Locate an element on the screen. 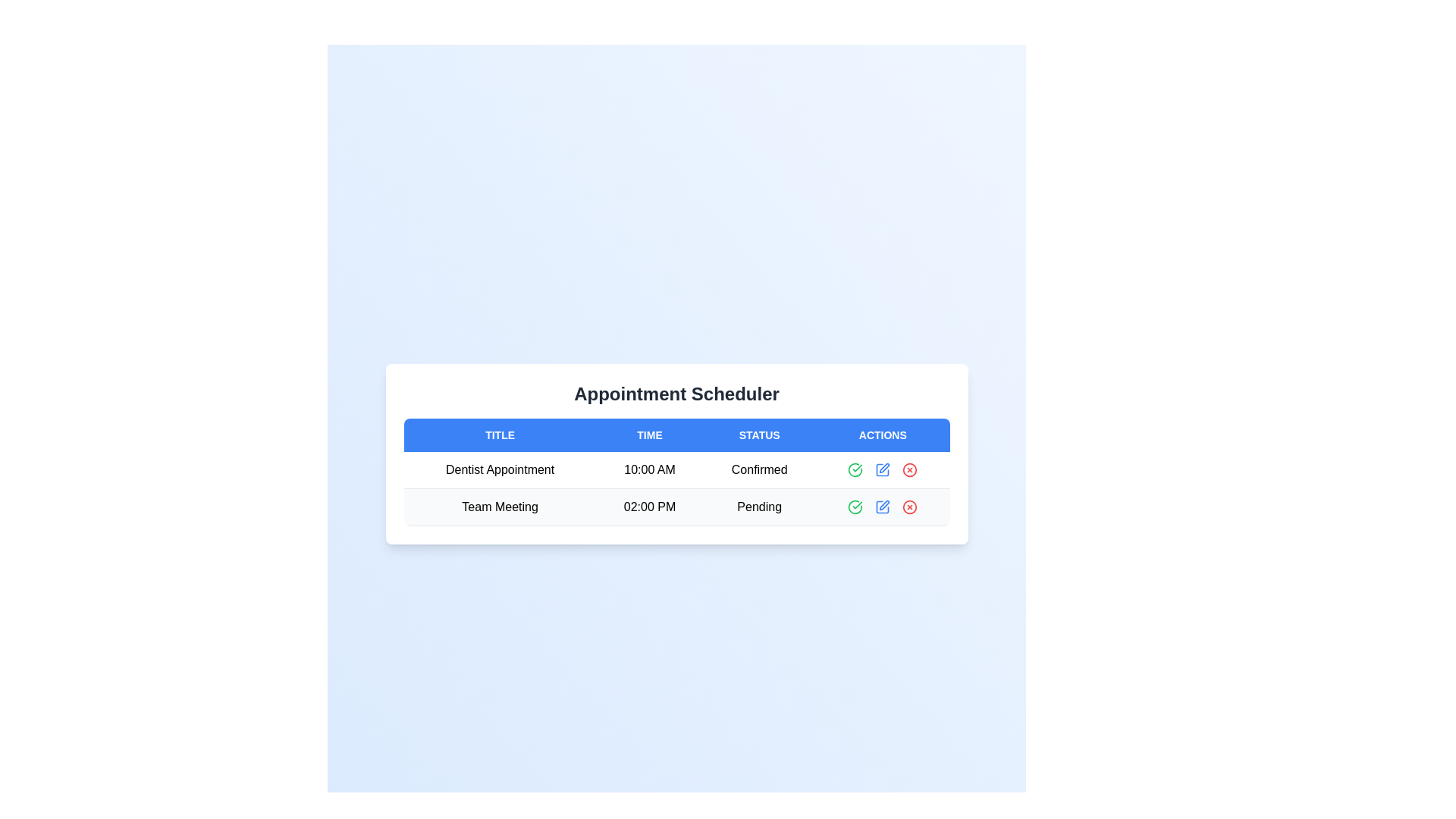 The height and width of the screenshot is (819, 1456). the static text label displaying the status 'Pending' for the 'Team Meeting', located in the 'Status' column of the table layout is located at coordinates (759, 507).